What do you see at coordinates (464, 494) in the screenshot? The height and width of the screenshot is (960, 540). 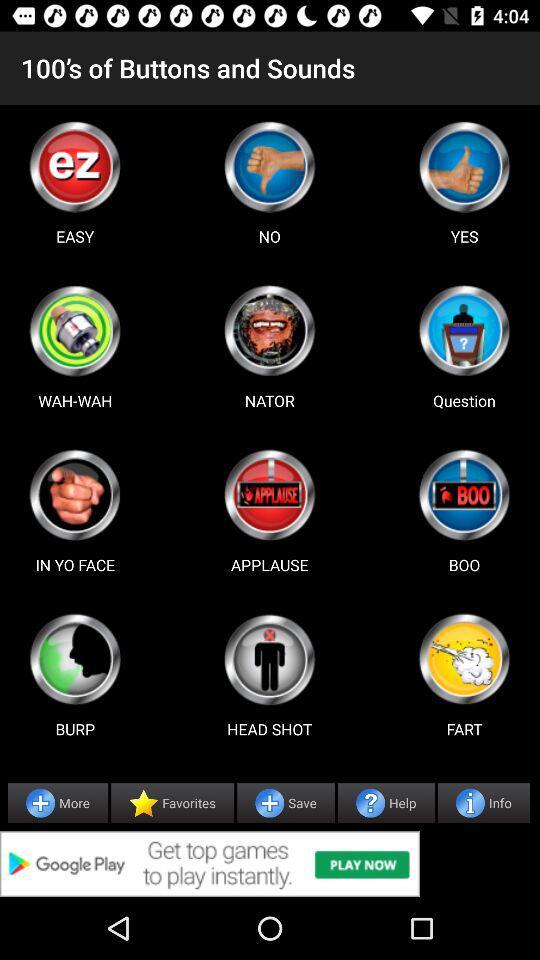 I see `advertisement page` at bounding box center [464, 494].